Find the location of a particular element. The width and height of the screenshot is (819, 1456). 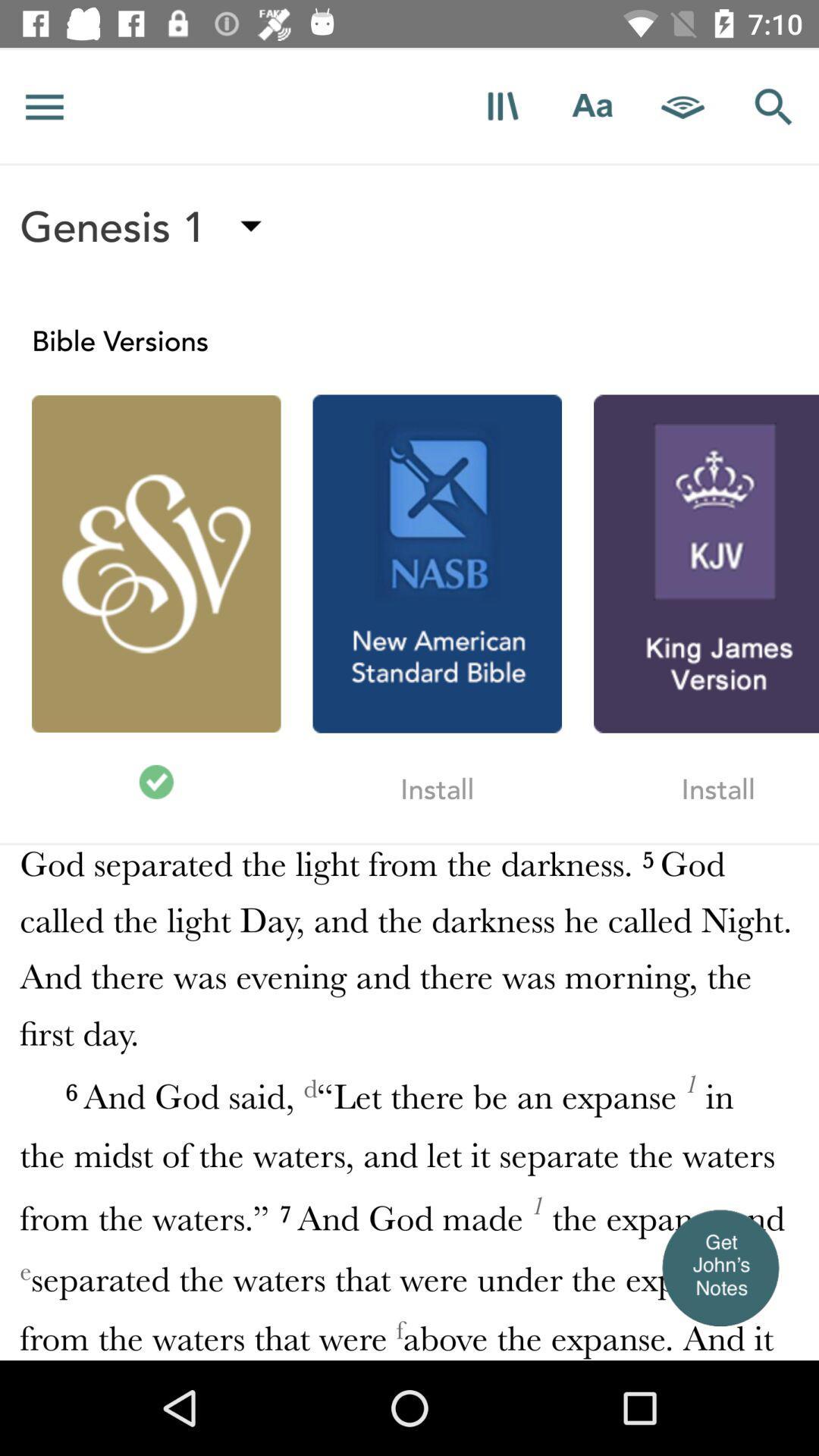

the avatar icon is located at coordinates (719, 1267).